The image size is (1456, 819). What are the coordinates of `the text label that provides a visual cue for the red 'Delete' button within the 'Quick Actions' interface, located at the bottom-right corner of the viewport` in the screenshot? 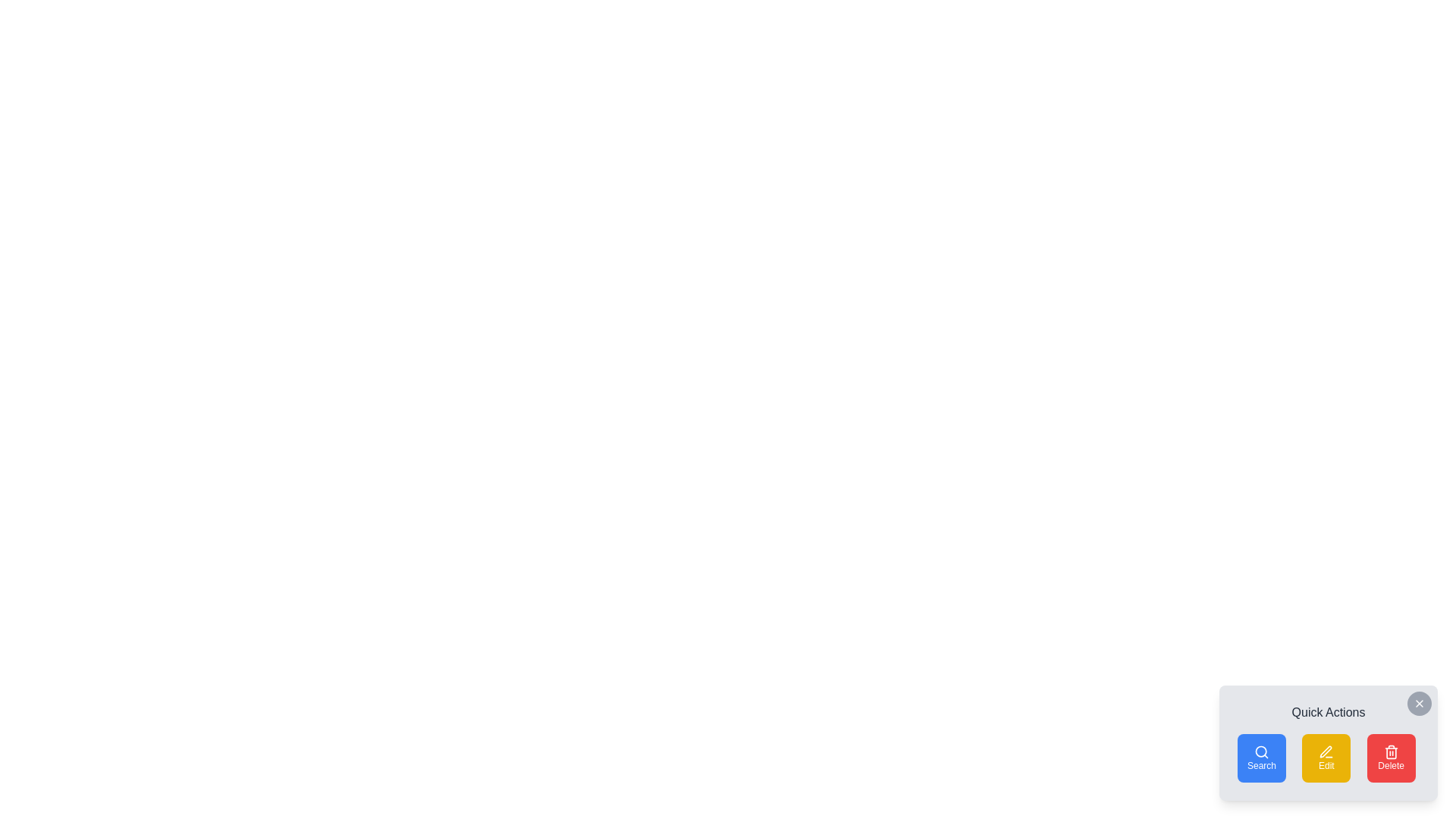 It's located at (1391, 766).